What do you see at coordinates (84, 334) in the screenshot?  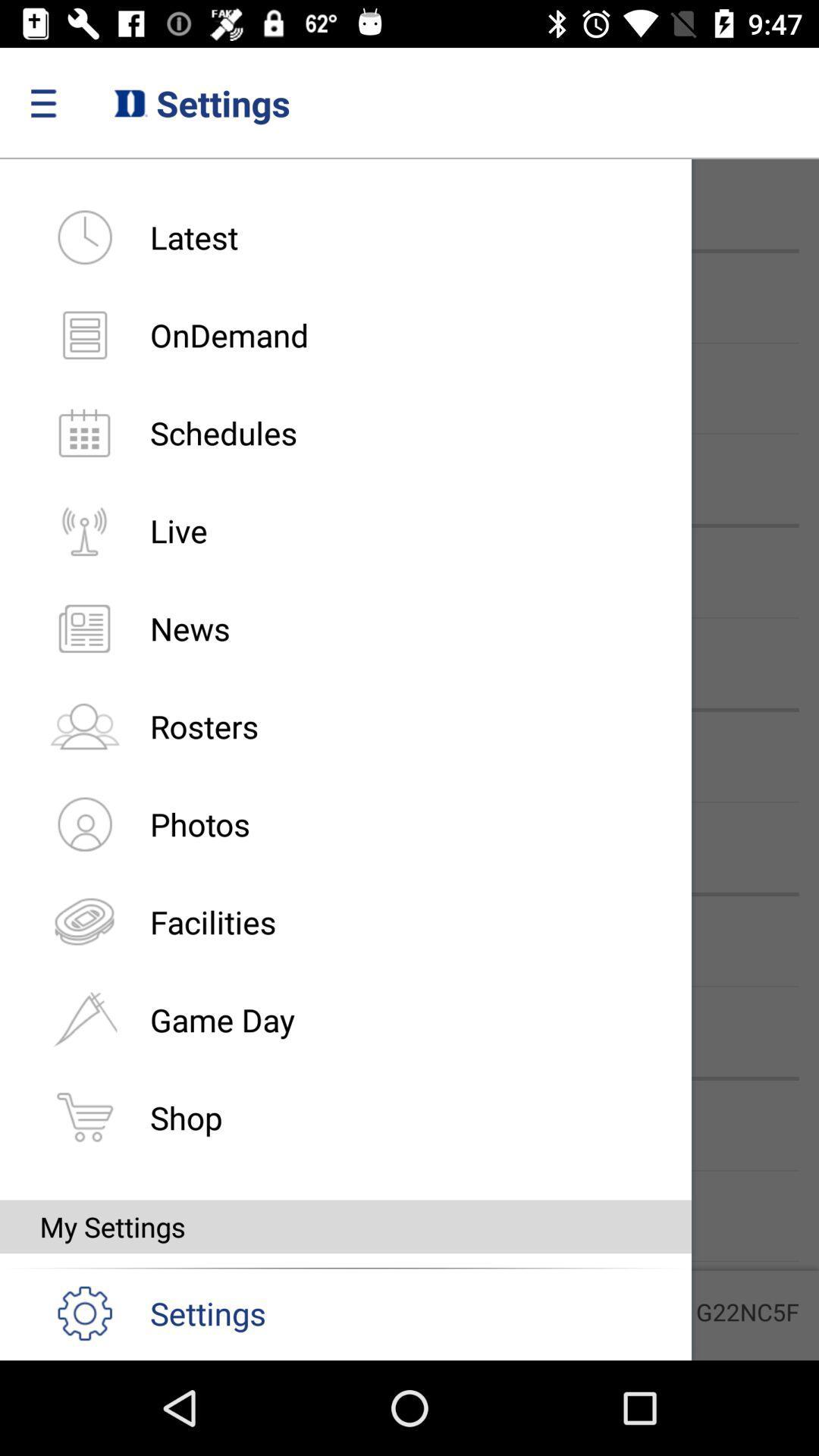 I see `the icon left to the text ondemand` at bounding box center [84, 334].